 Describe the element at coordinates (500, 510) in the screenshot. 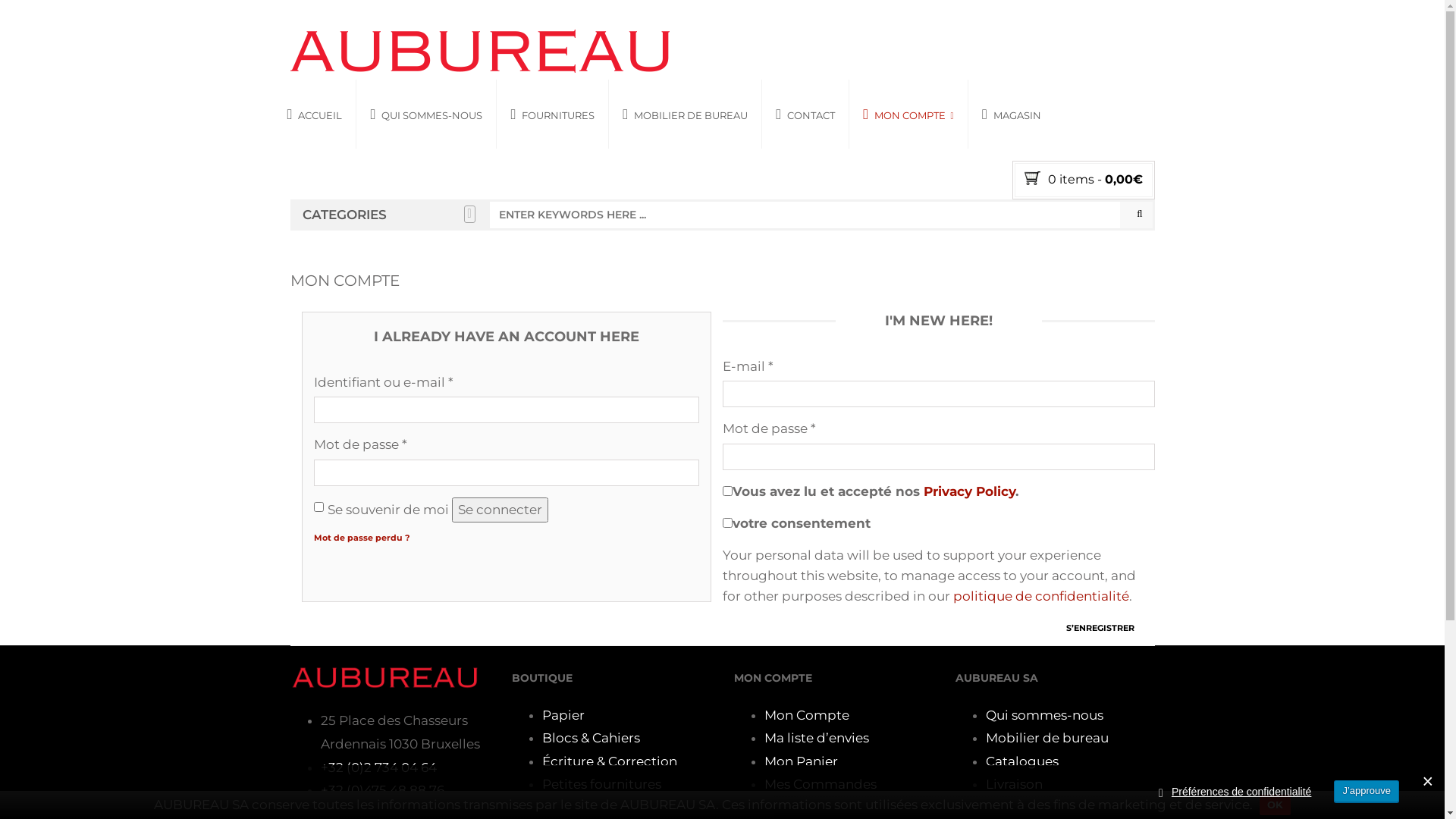

I see `'Se connecter'` at that location.